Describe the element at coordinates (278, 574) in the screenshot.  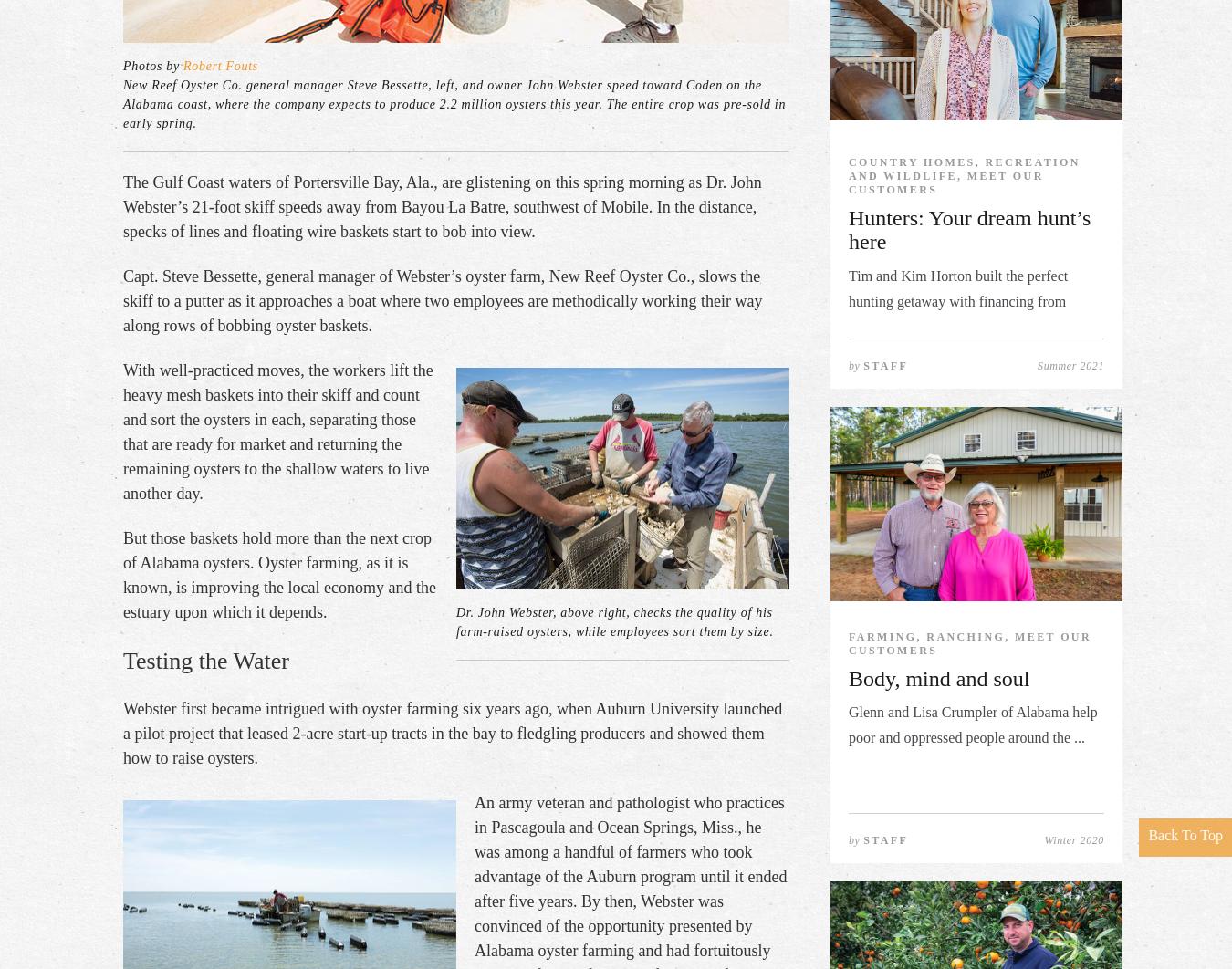
I see `'But those baskets hold more than the next crop of Alabama oysters. Oyster farming, as it is known, is improving the local economy and the estuary upon which it depends.'` at that location.